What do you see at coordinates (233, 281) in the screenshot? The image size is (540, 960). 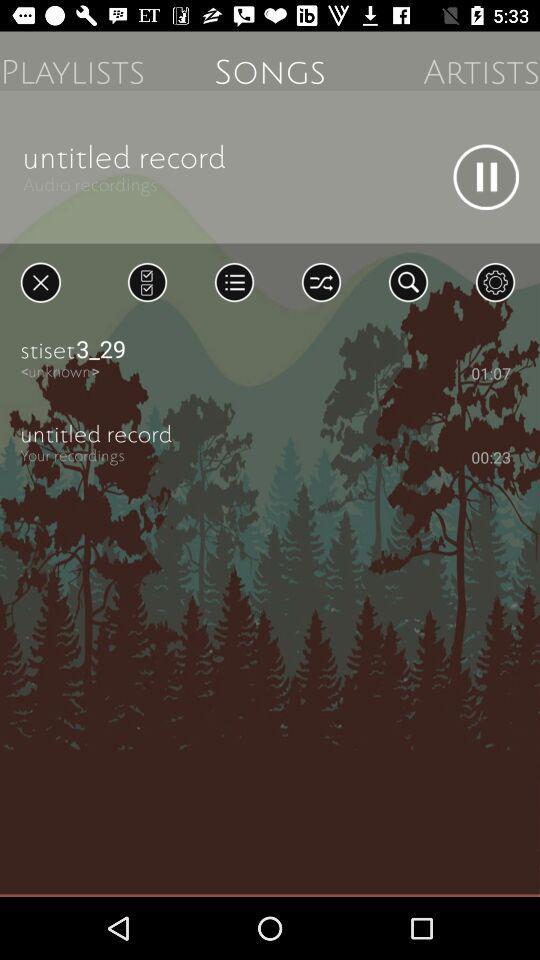 I see `menu icon` at bounding box center [233, 281].